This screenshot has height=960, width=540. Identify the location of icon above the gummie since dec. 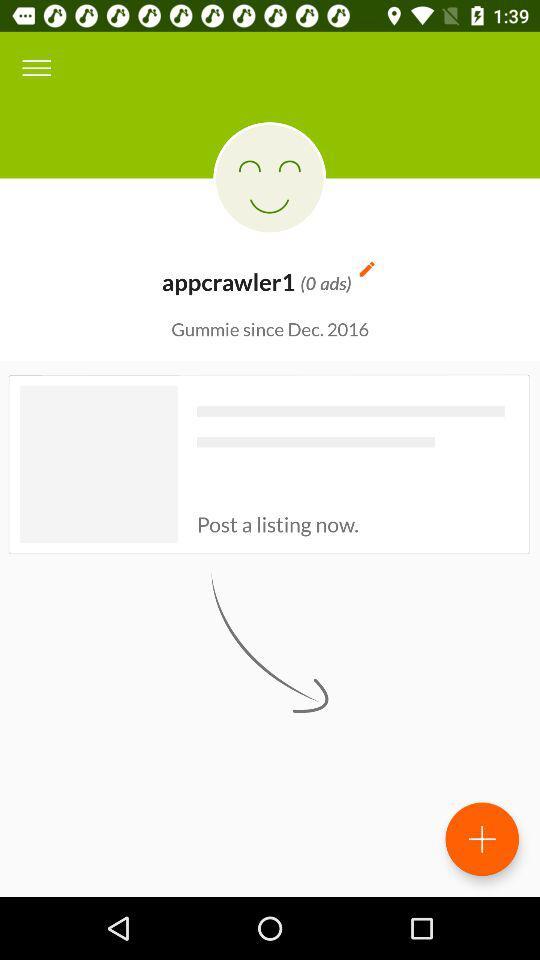
(366, 268).